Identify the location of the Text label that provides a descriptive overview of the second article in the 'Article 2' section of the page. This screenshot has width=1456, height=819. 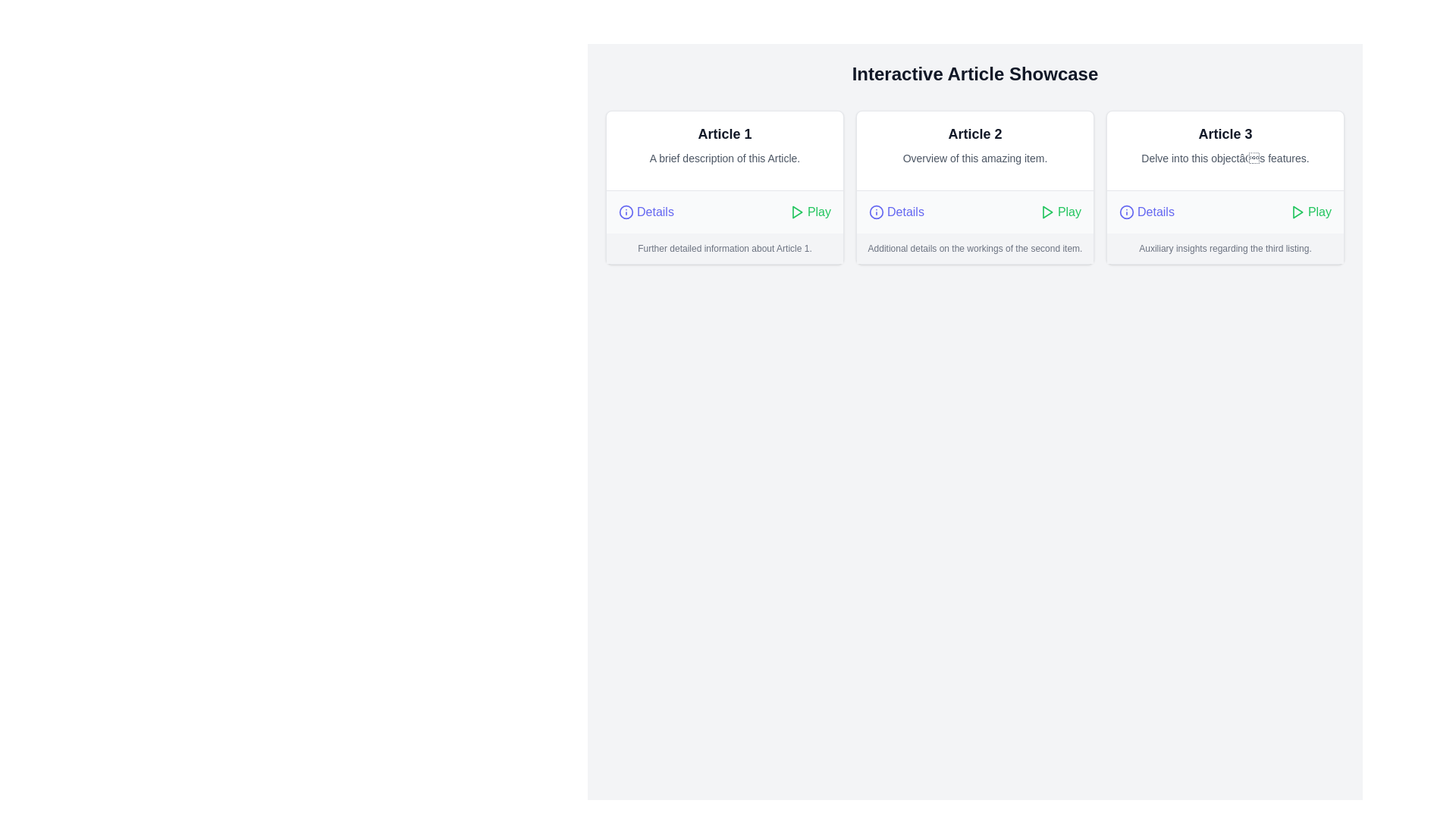
(975, 158).